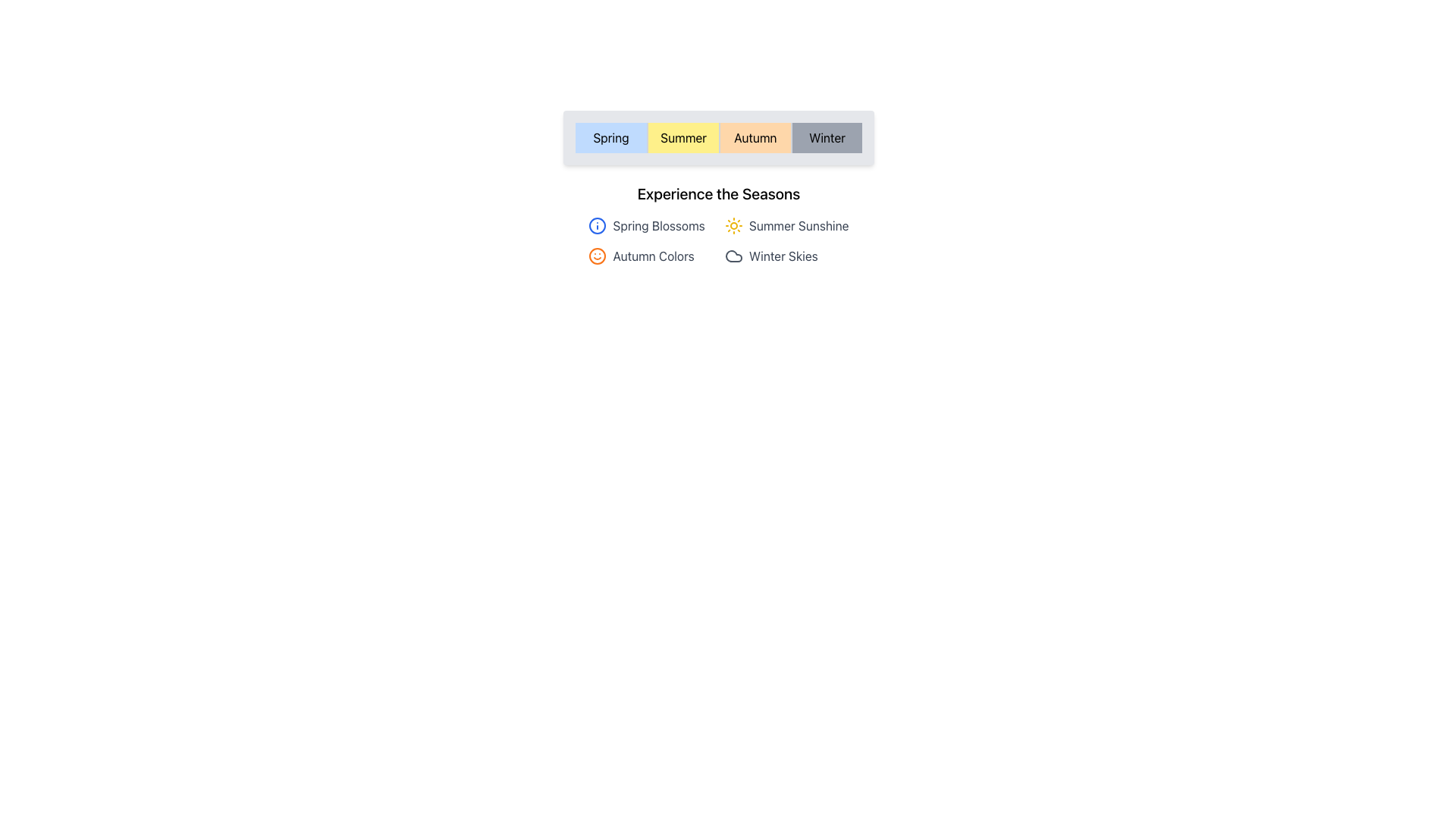 The height and width of the screenshot is (819, 1456). I want to click on the 'Winter' button, which is the fourth button in a row of season-named buttons, so click(826, 137).